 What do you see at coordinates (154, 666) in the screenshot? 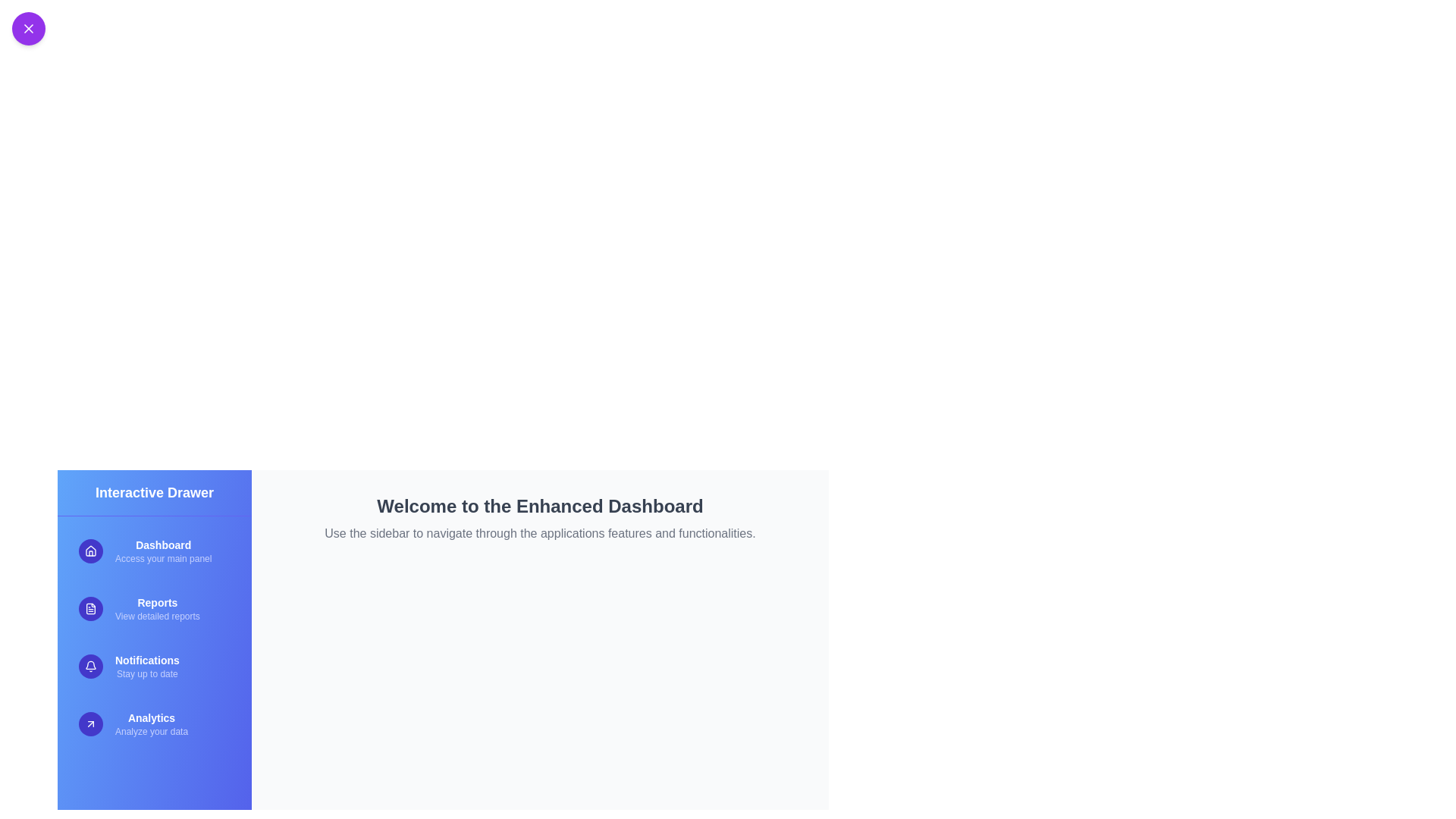
I see `the menu item Notifications from the sidebar to navigate` at bounding box center [154, 666].